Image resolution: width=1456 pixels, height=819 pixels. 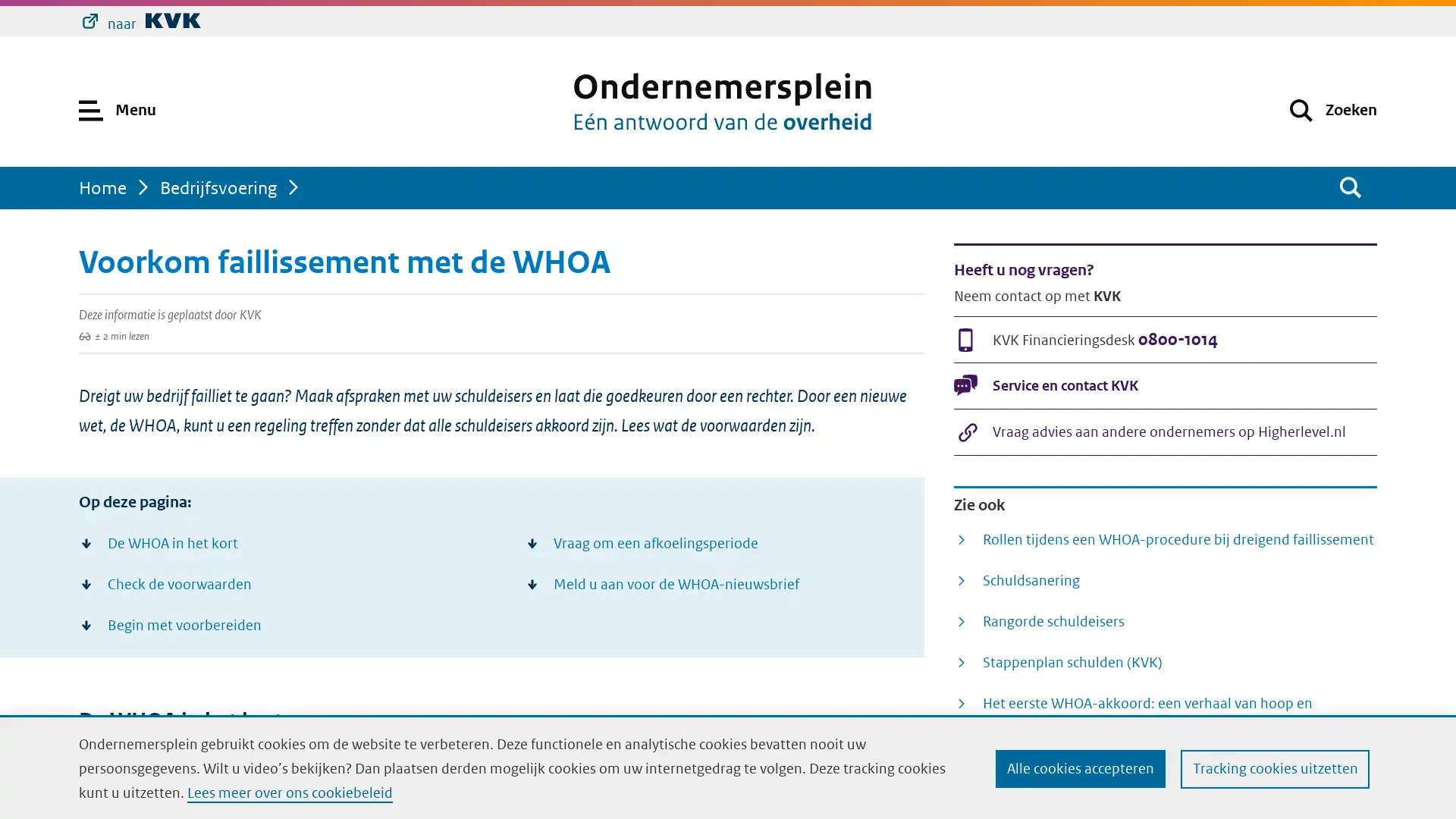 I want to click on Alle cookies accepteren, so click(x=1080, y=767).